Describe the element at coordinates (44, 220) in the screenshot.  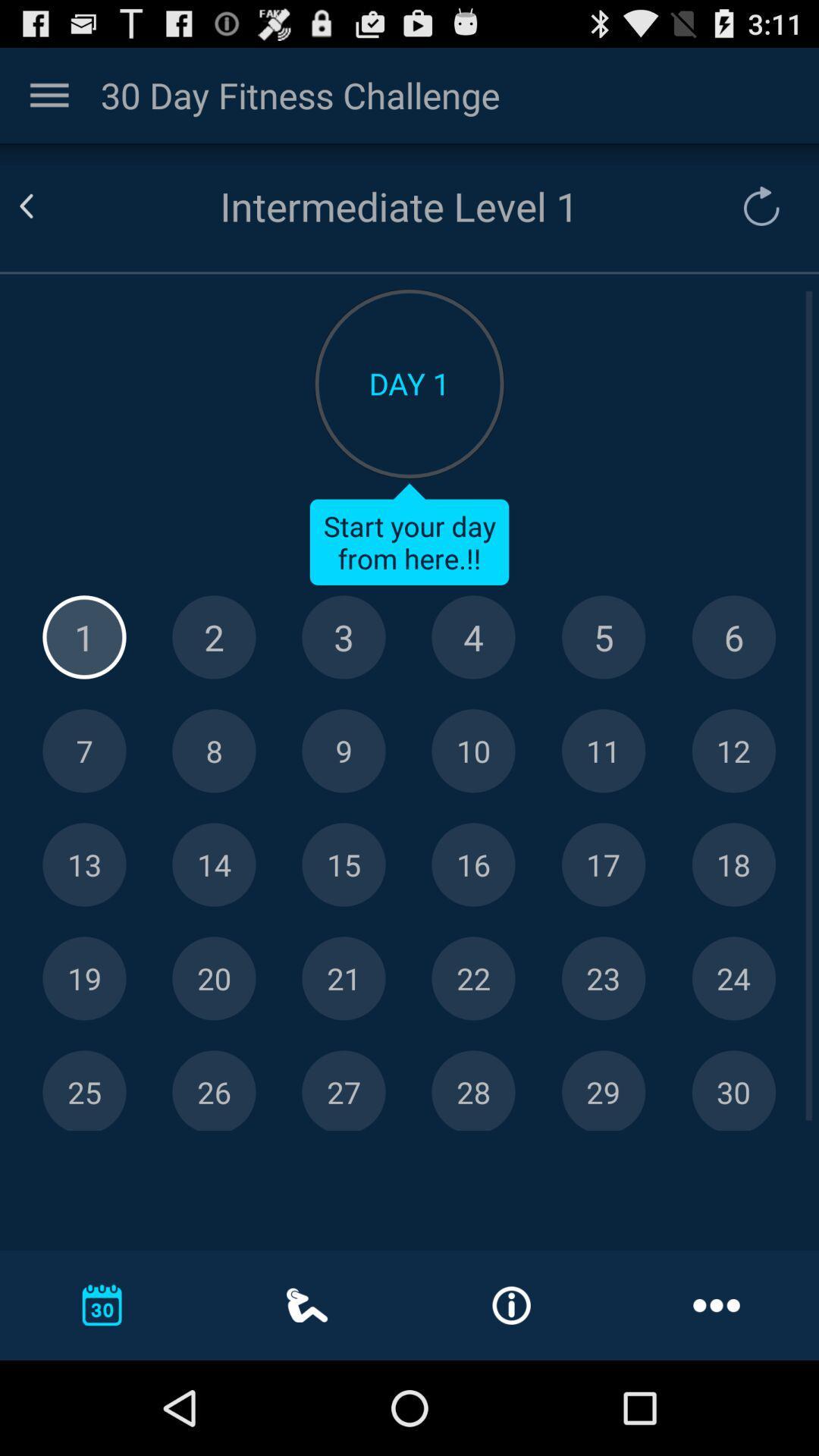
I see `the arrow_backward icon` at that location.